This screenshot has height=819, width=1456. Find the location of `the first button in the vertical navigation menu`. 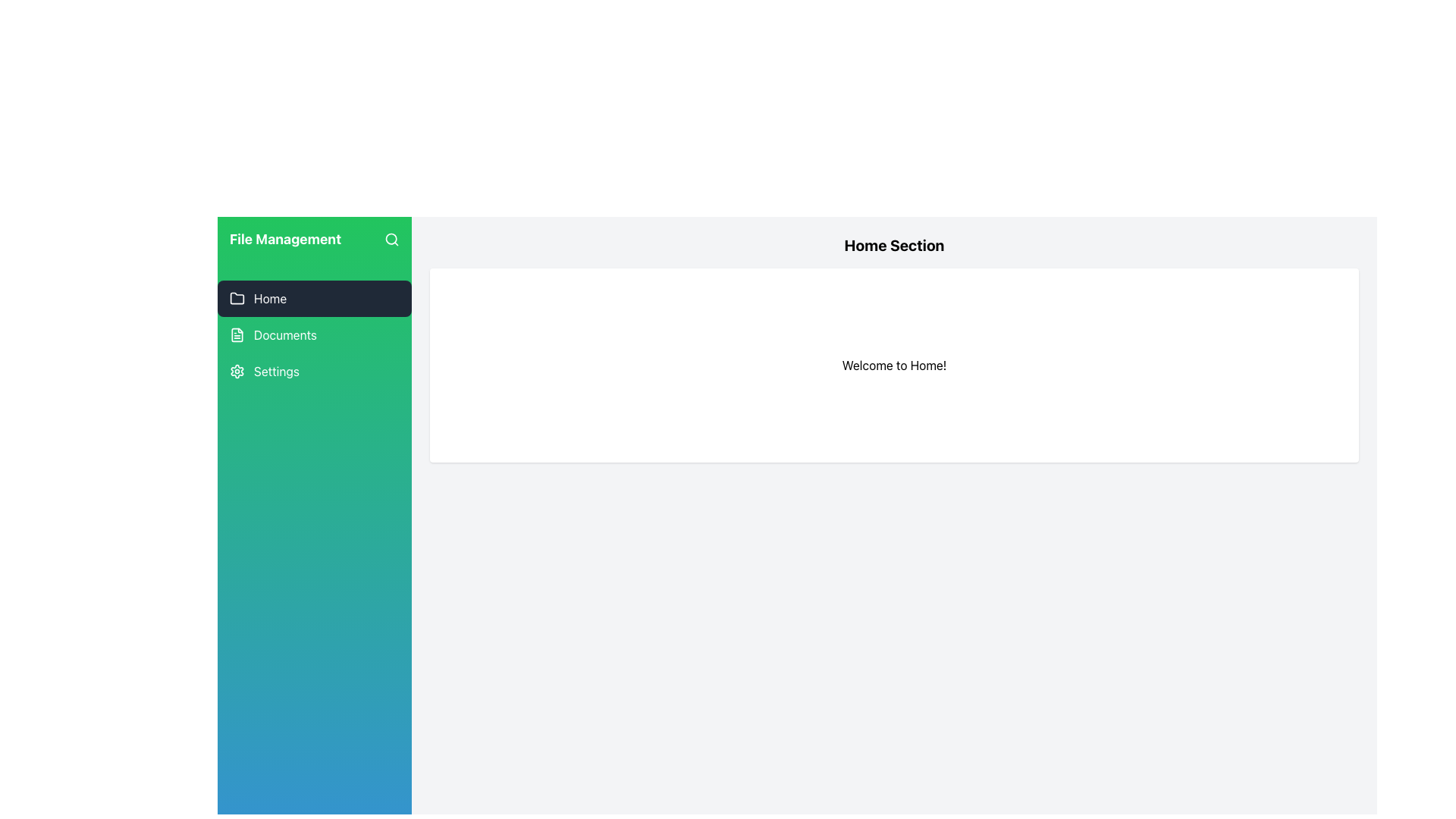

the first button in the vertical navigation menu is located at coordinates (313, 298).